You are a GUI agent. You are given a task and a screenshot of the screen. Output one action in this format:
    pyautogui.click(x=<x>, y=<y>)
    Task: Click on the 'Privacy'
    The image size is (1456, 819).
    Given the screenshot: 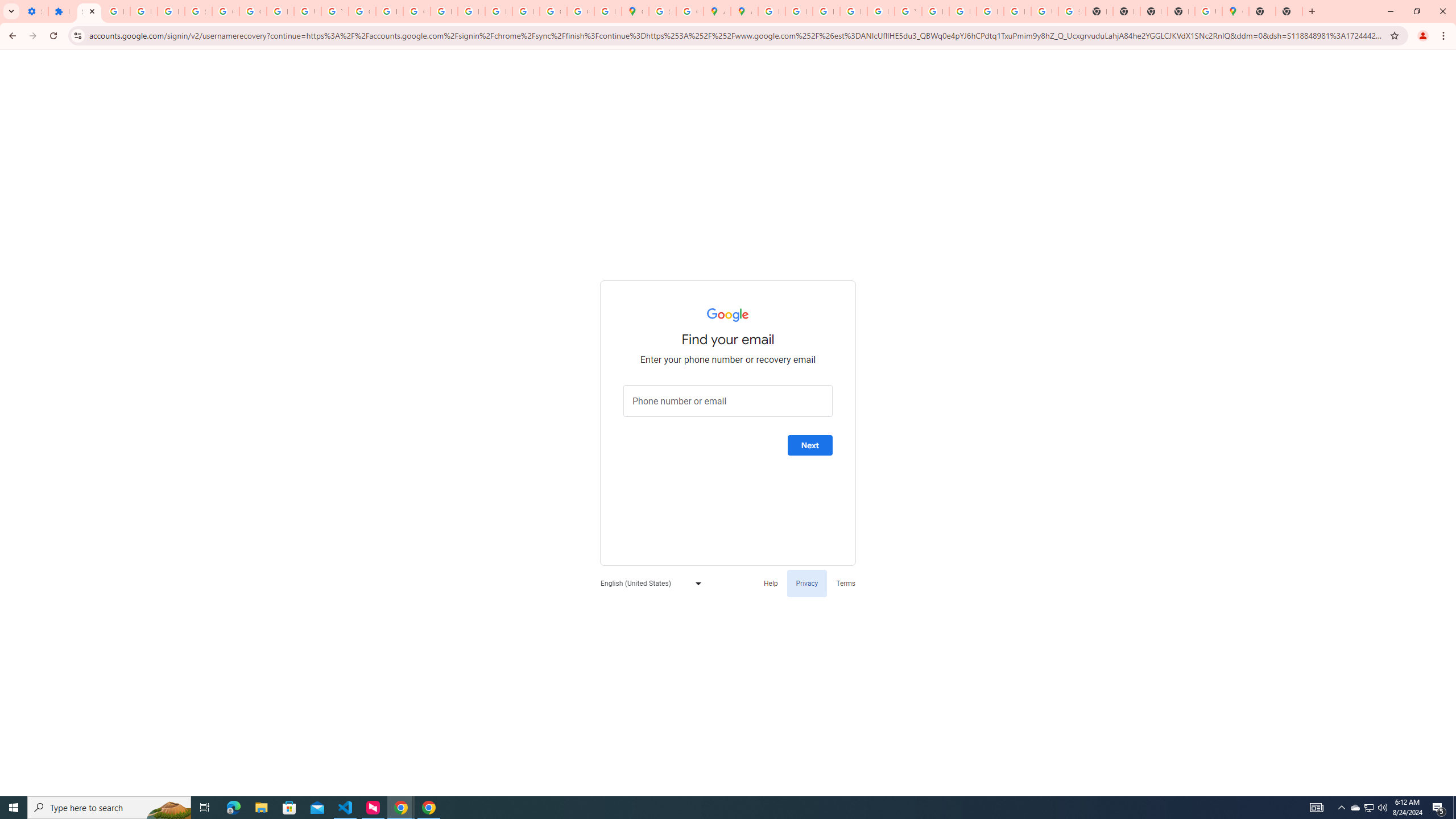 What is the action you would take?
    pyautogui.click(x=806, y=583)
    